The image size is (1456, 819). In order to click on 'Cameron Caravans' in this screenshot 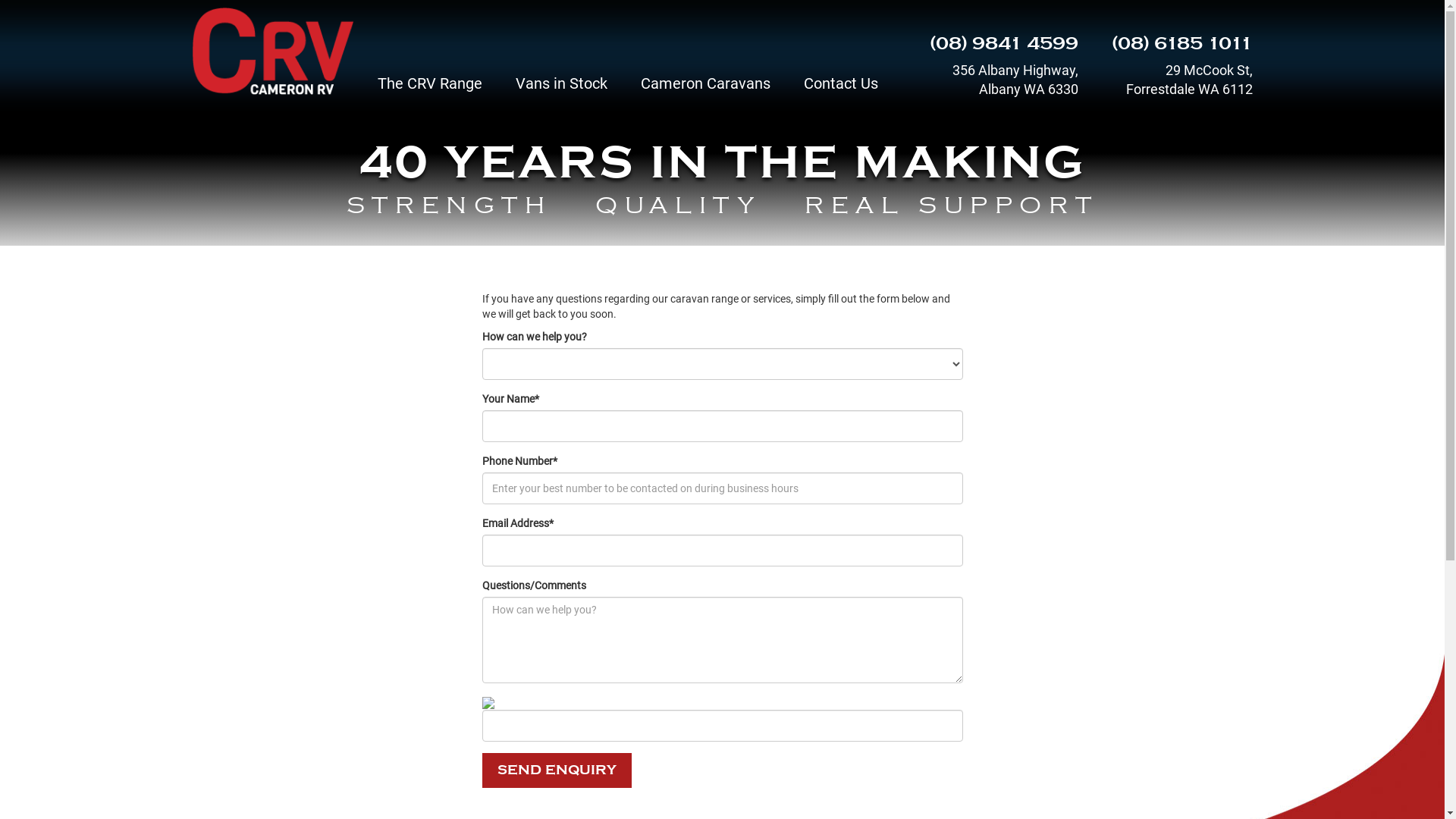, I will do `click(704, 90)`.